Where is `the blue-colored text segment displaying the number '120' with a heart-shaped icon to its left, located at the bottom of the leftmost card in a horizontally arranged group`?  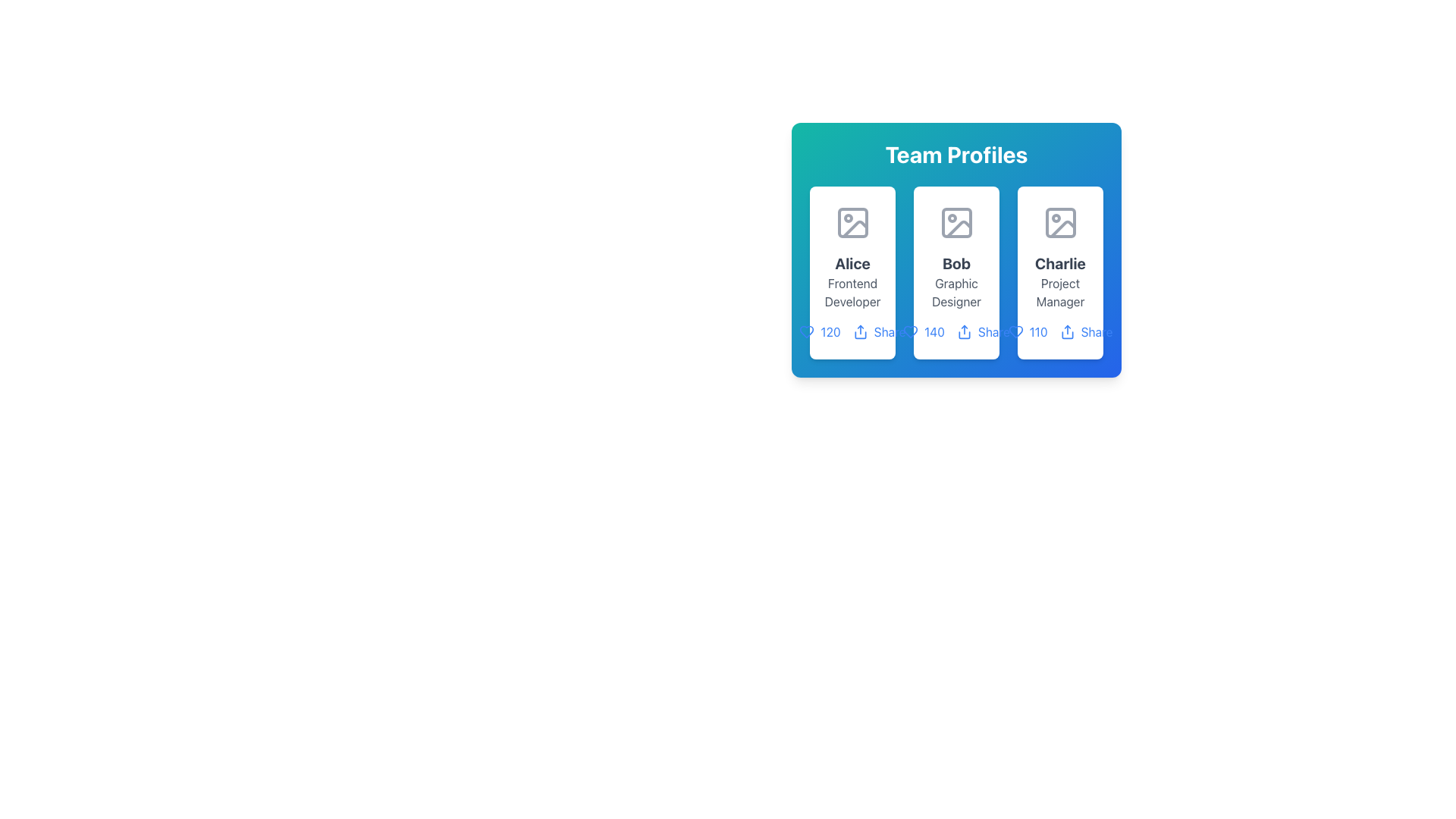 the blue-colored text segment displaying the number '120' with a heart-shaped icon to its left, located at the bottom of the leftmost card in a horizontally arranged group is located at coordinates (819, 331).